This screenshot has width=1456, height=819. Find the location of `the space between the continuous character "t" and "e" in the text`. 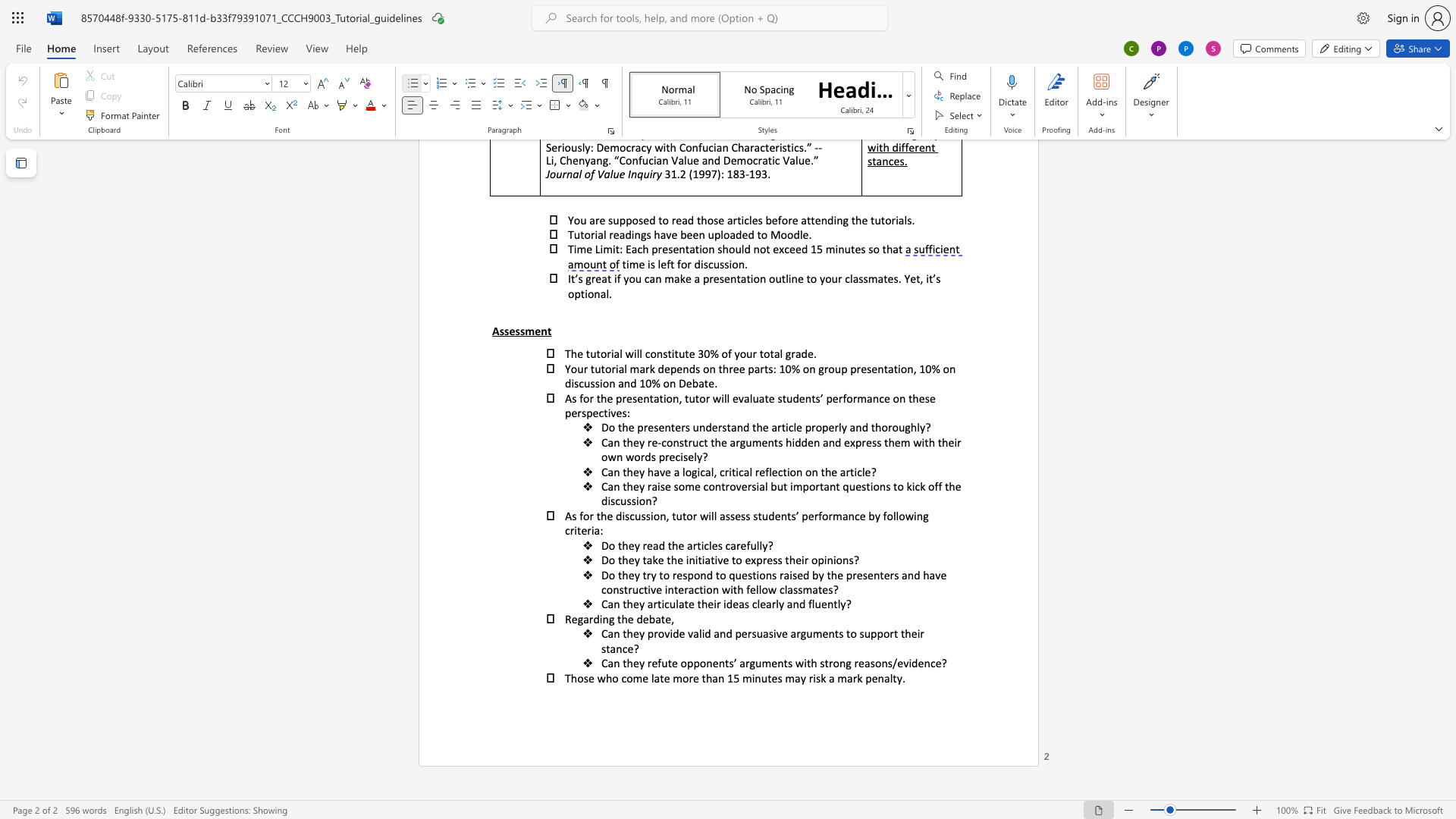

the space between the continuous character "t" and "e" in the text is located at coordinates (665, 619).